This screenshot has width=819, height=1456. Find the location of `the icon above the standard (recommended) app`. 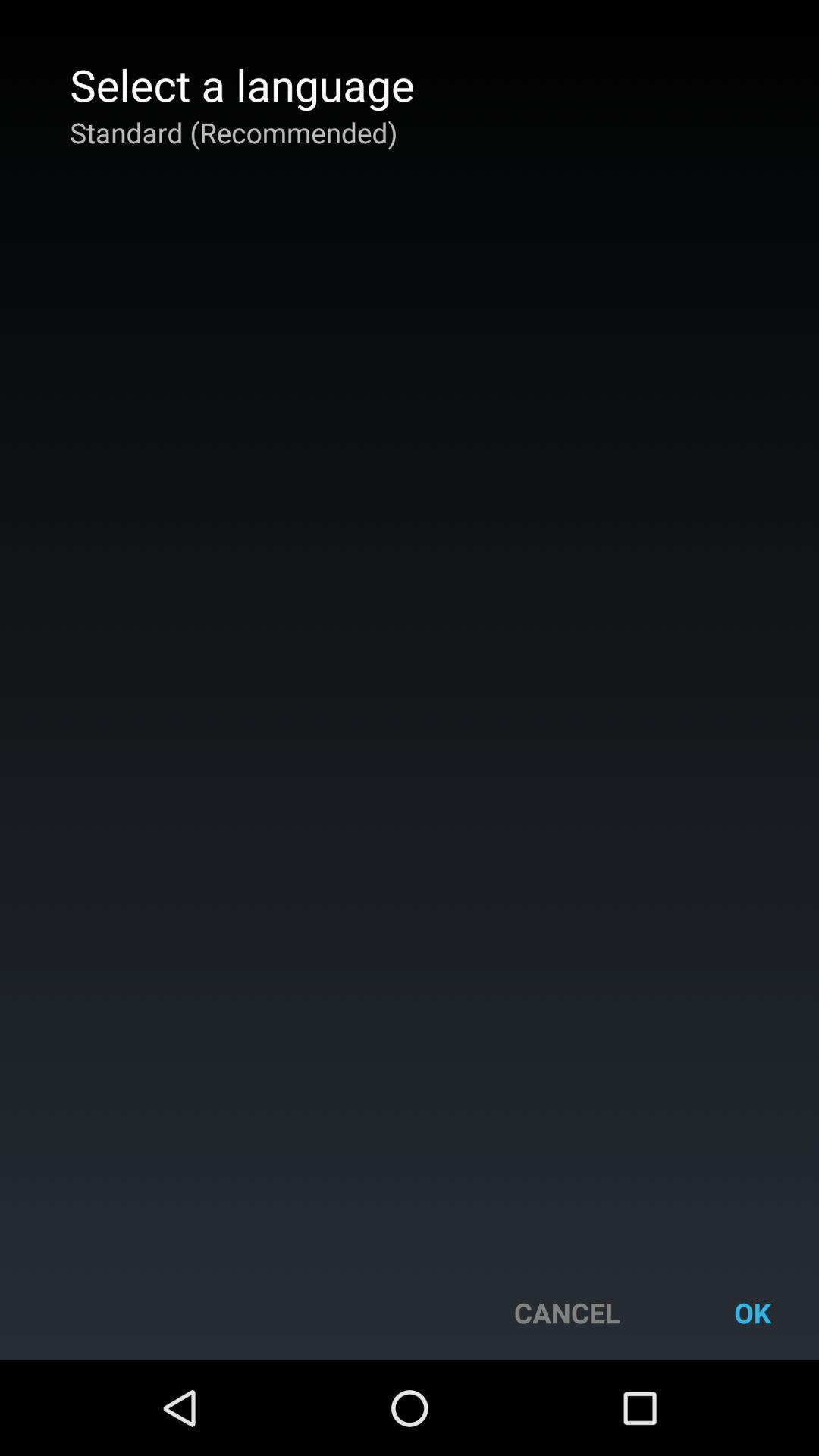

the icon above the standard (recommended) app is located at coordinates (241, 83).